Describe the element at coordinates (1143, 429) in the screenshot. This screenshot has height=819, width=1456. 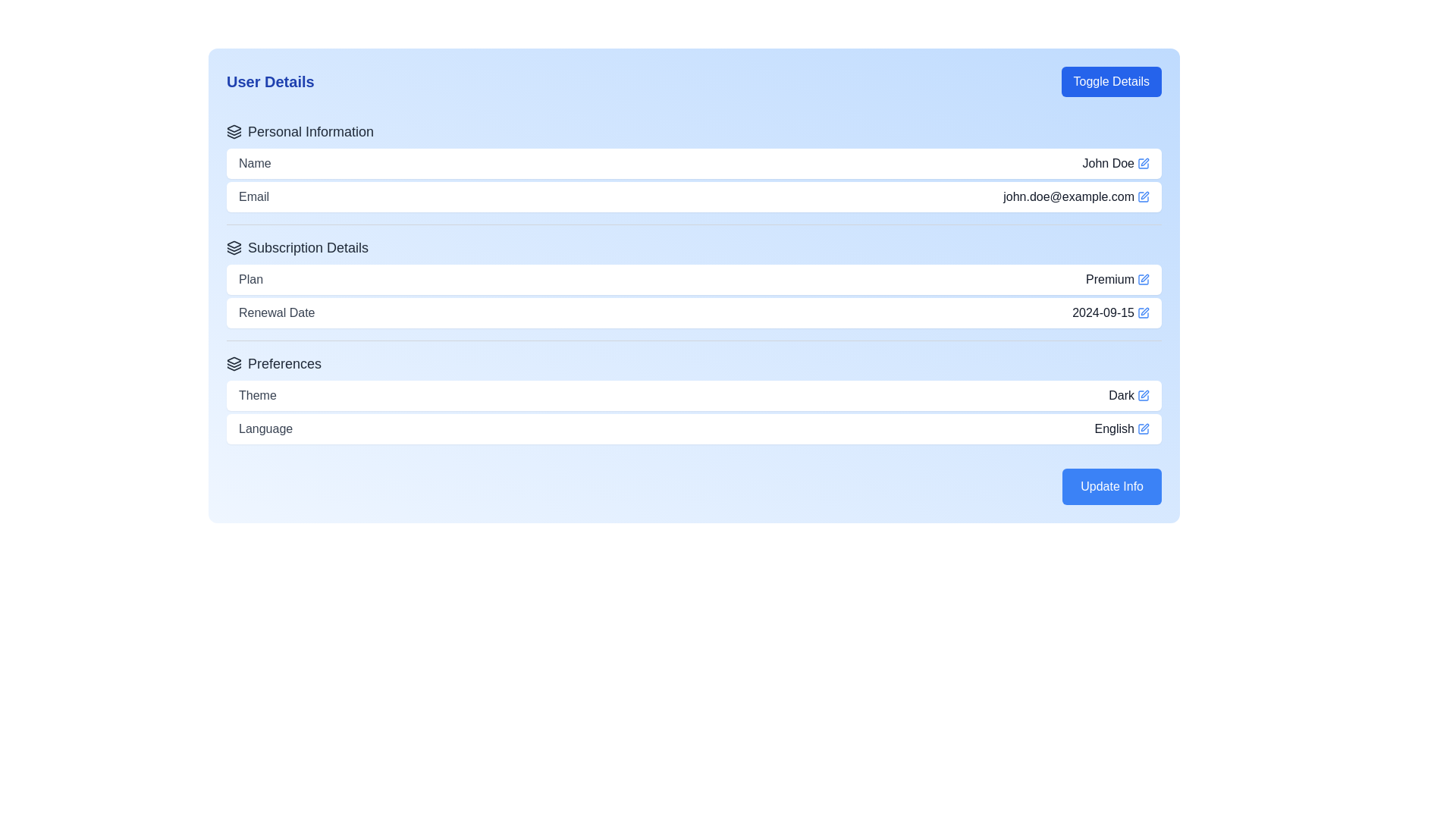
I see `the icon button located to the right of the 'English' text in the 'Language' field under the 'Preferences' section` at that location.